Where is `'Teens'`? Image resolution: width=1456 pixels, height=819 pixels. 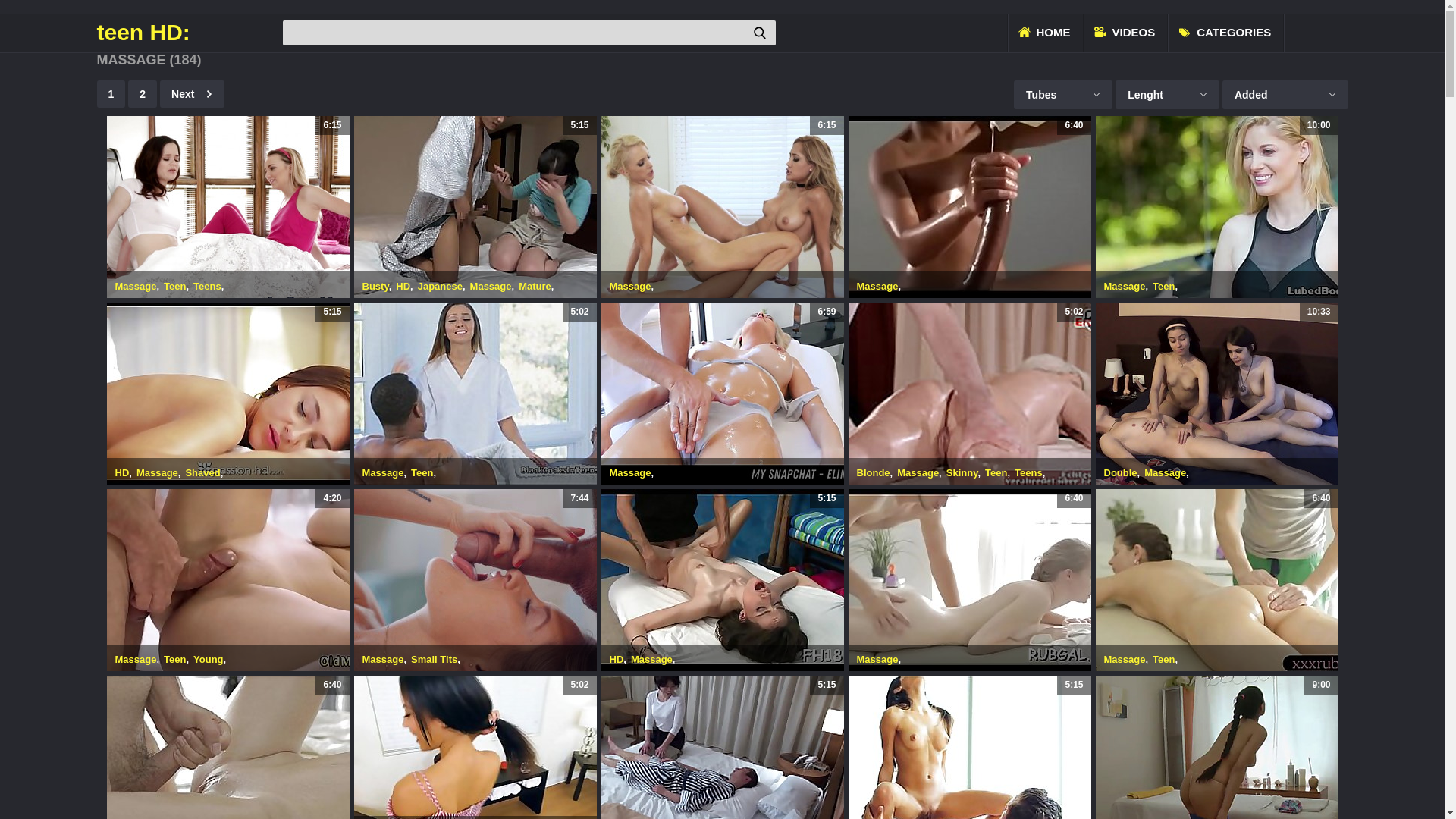 'Teens' is located at coordinates (206, 286).